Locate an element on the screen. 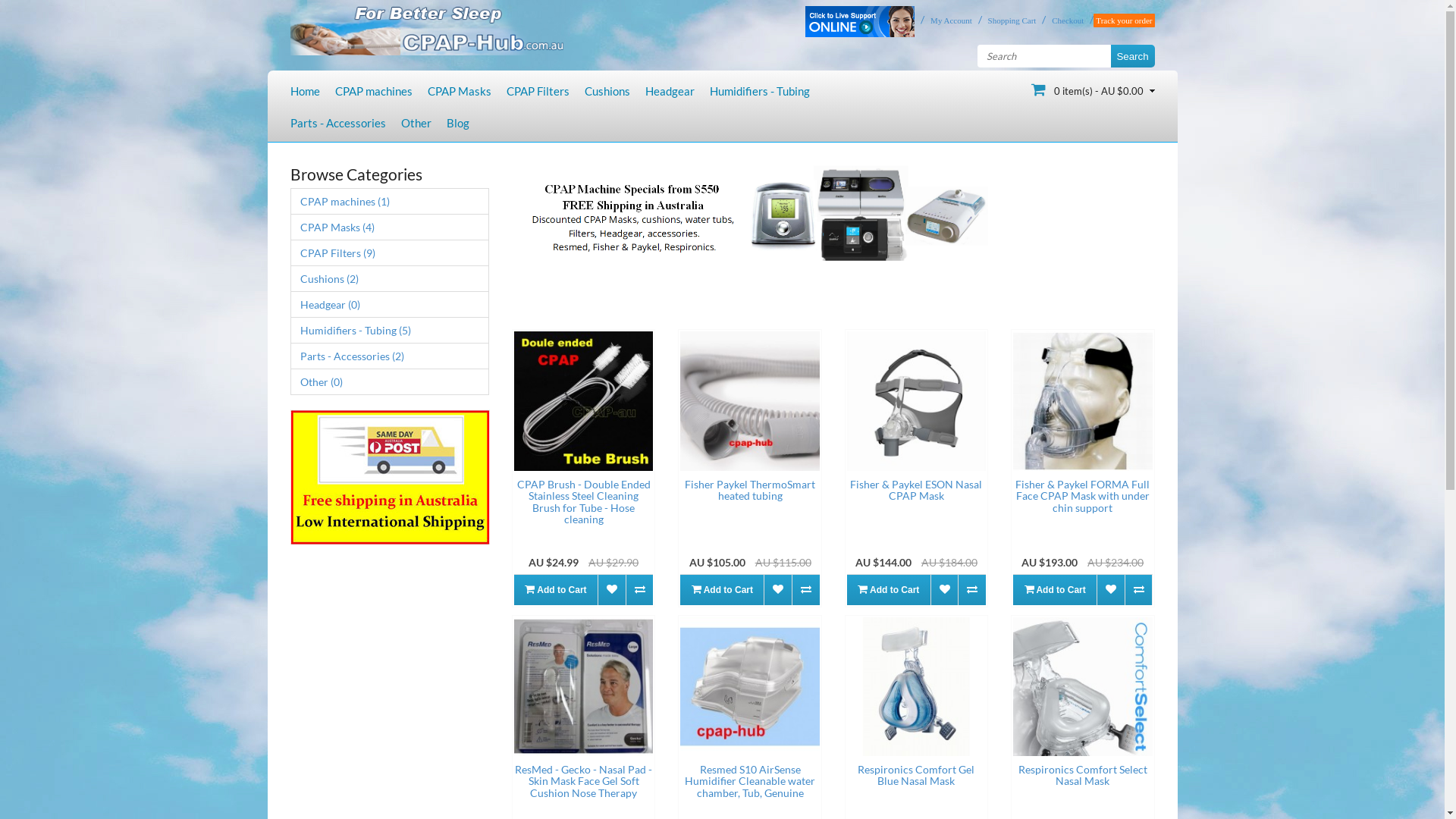  '0 item(s) - AU $0.00' is located at coordinates (1093, 89).